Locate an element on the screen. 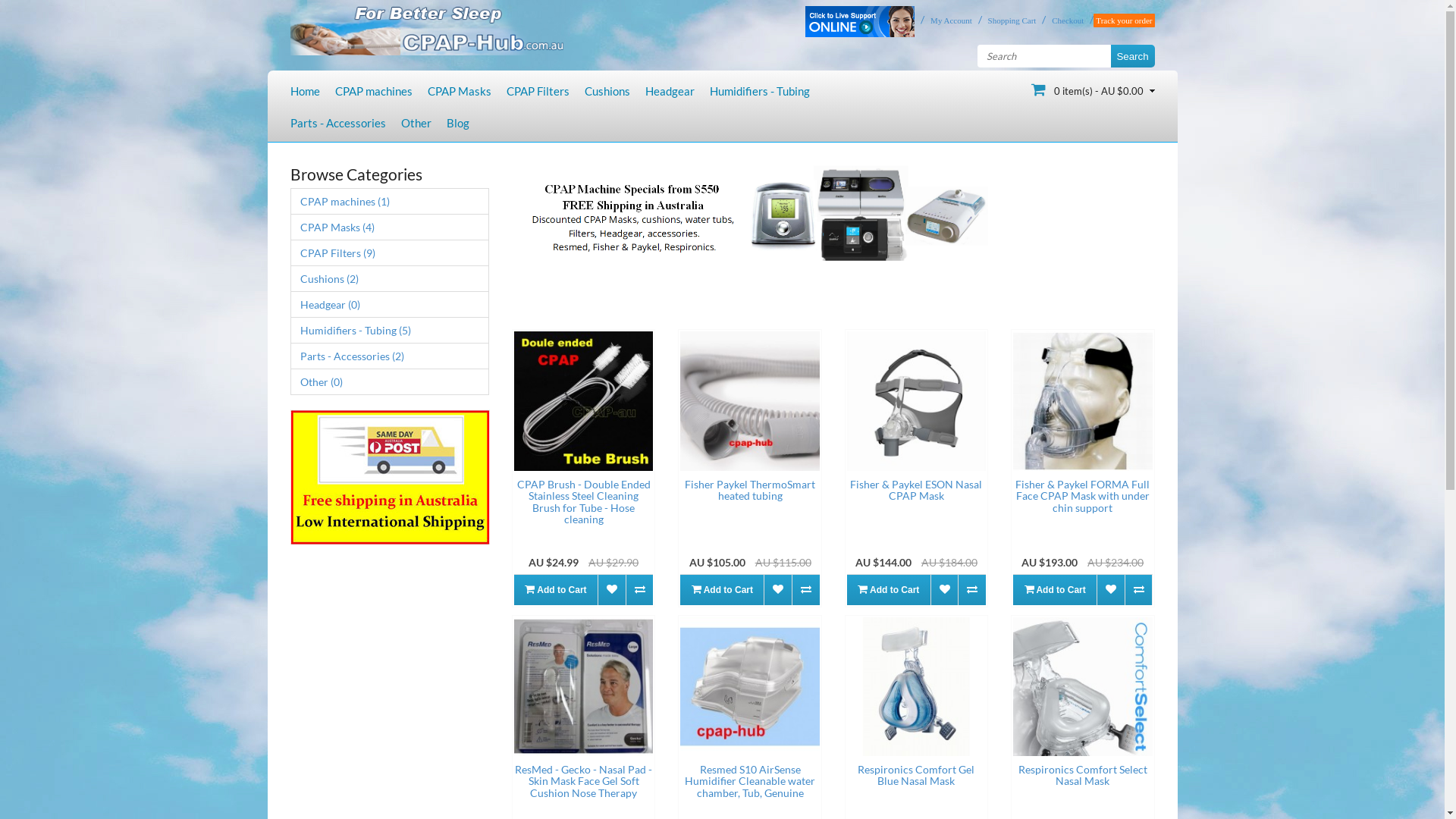  '0 item(s) - AU $0.00' is located at coordinates (1093, 89).